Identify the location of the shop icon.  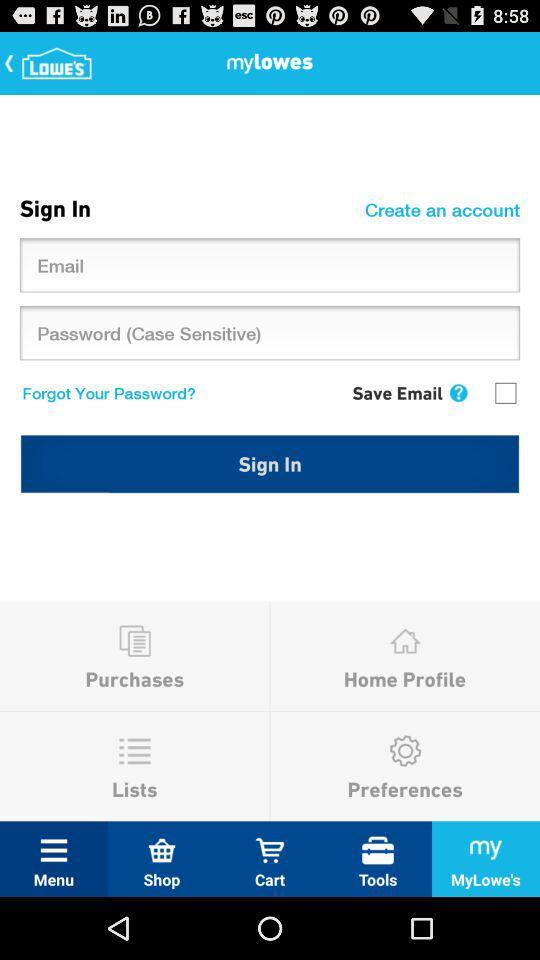
(161, 849).